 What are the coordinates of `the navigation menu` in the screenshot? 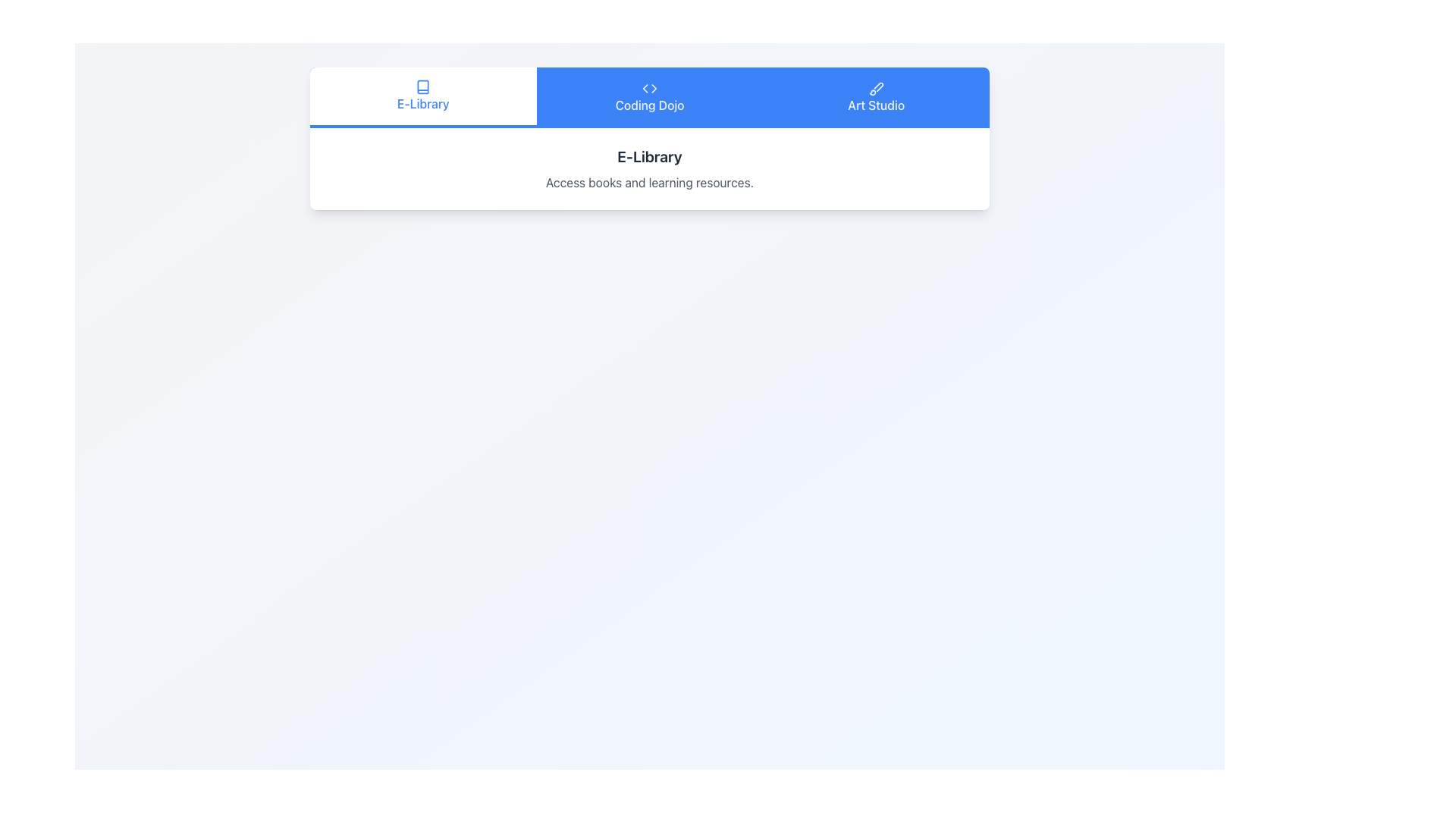 It's located at (650, 97).